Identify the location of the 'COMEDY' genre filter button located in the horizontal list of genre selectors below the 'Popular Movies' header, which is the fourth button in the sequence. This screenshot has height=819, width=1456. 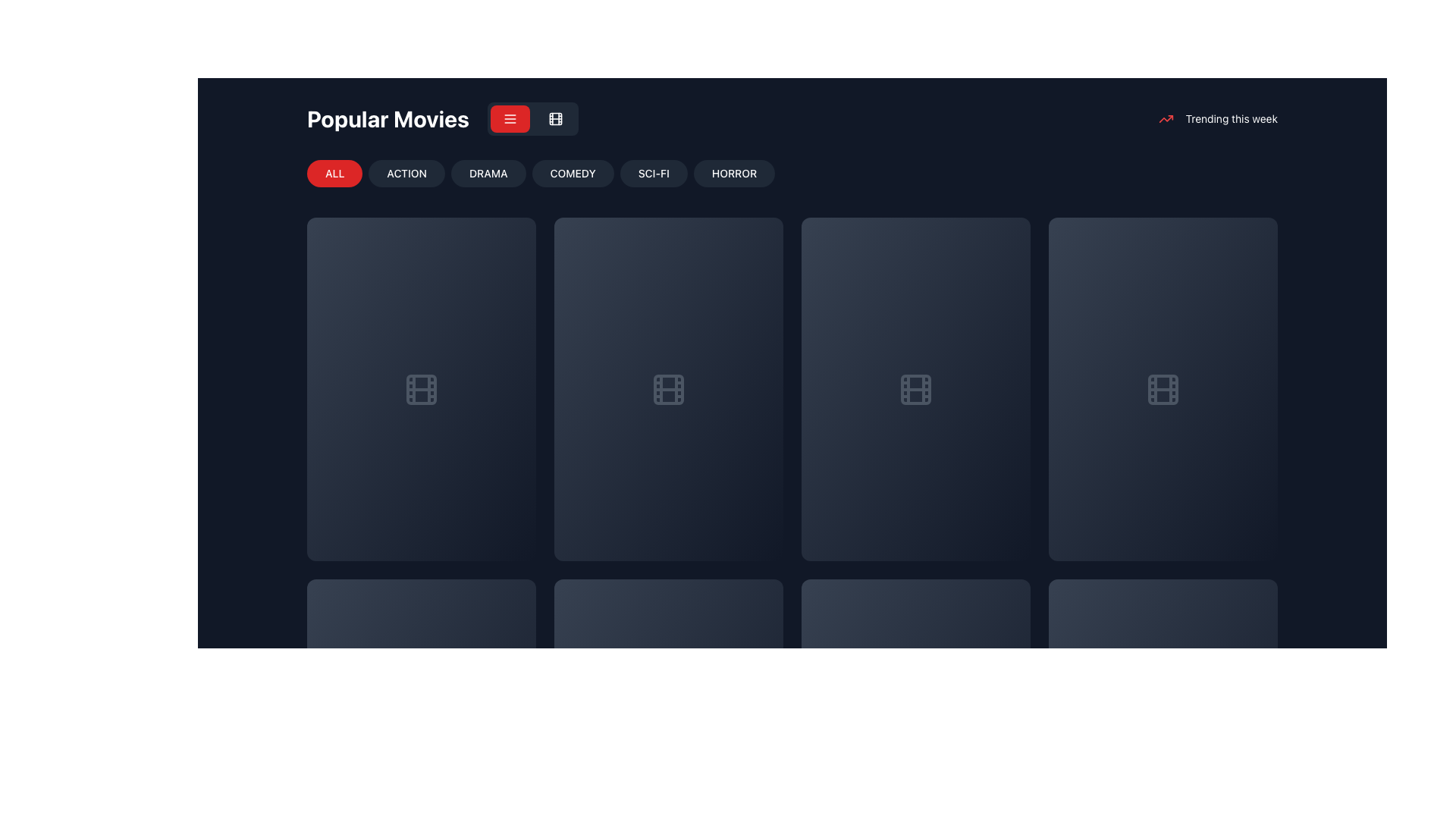
(572, 172).